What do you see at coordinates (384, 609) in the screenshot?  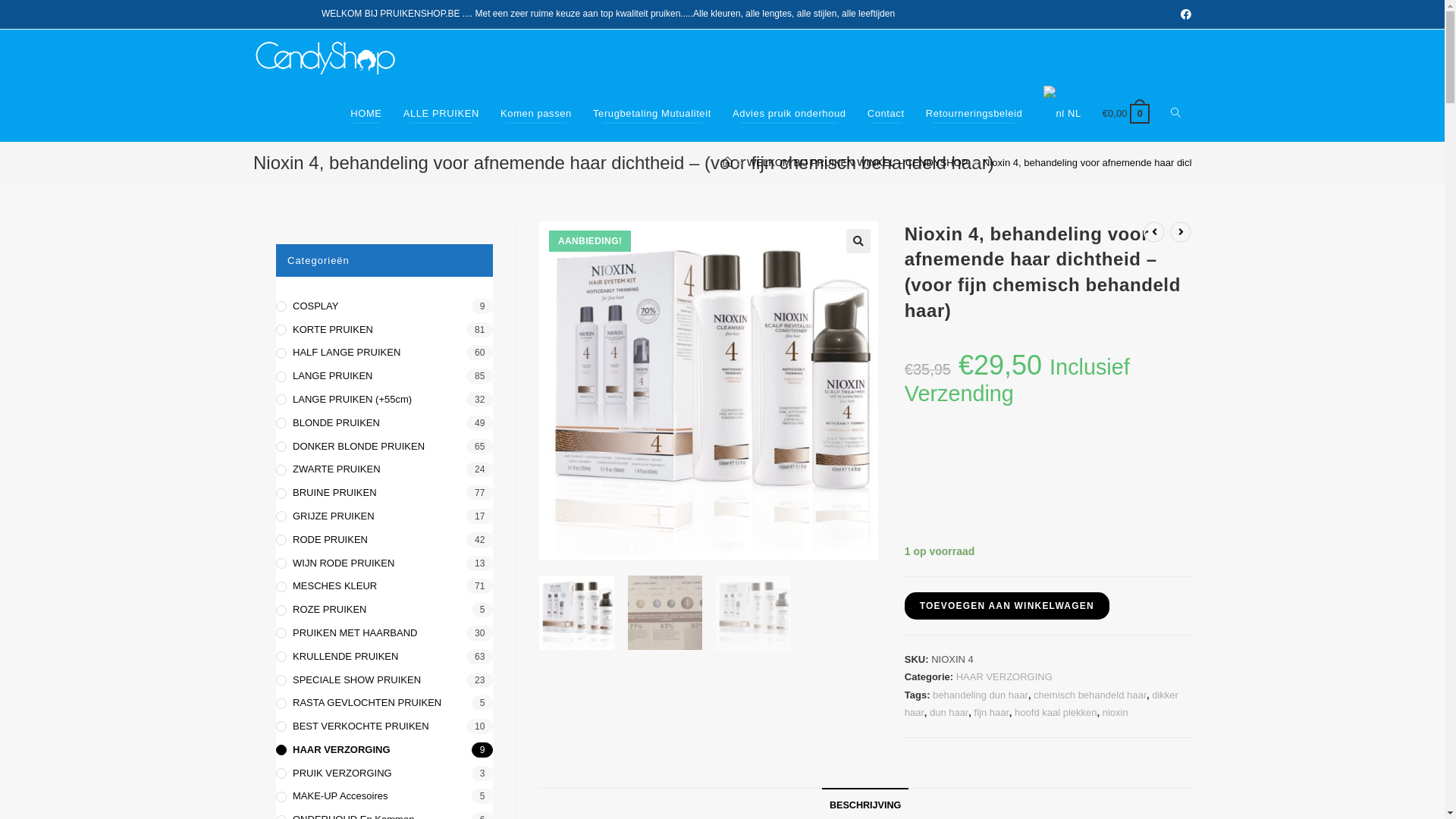 I see `'ROZE PRUIKEN'` at bounding box center [384, 609].